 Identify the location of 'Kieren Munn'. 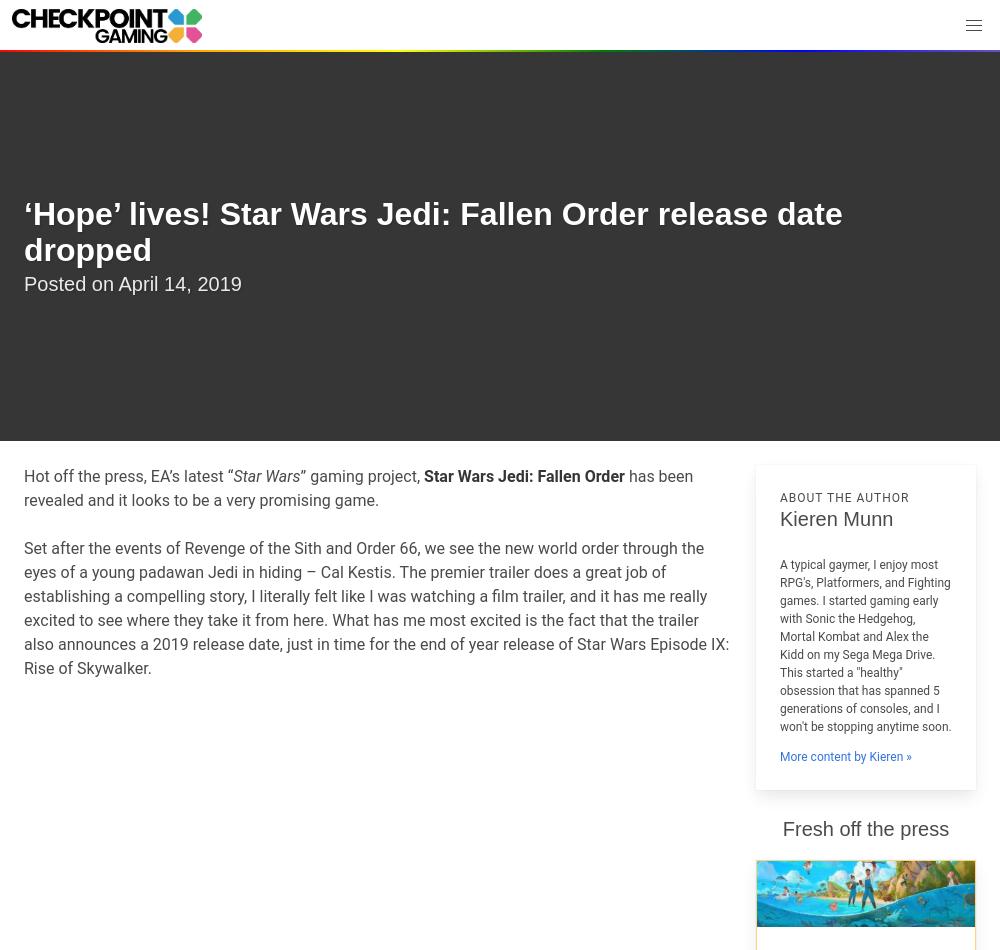
(835, 518).